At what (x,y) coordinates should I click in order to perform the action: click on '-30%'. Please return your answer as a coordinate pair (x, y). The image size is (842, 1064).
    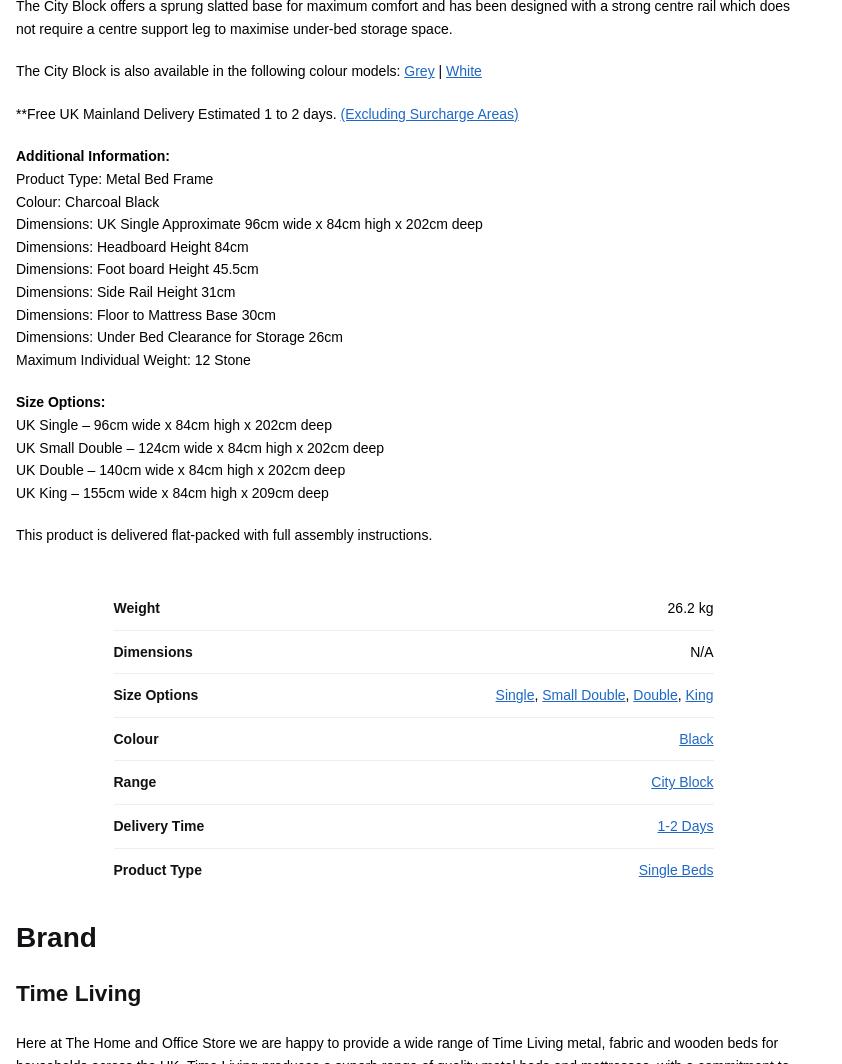
    Looking at the image, I should click on (693, 821).